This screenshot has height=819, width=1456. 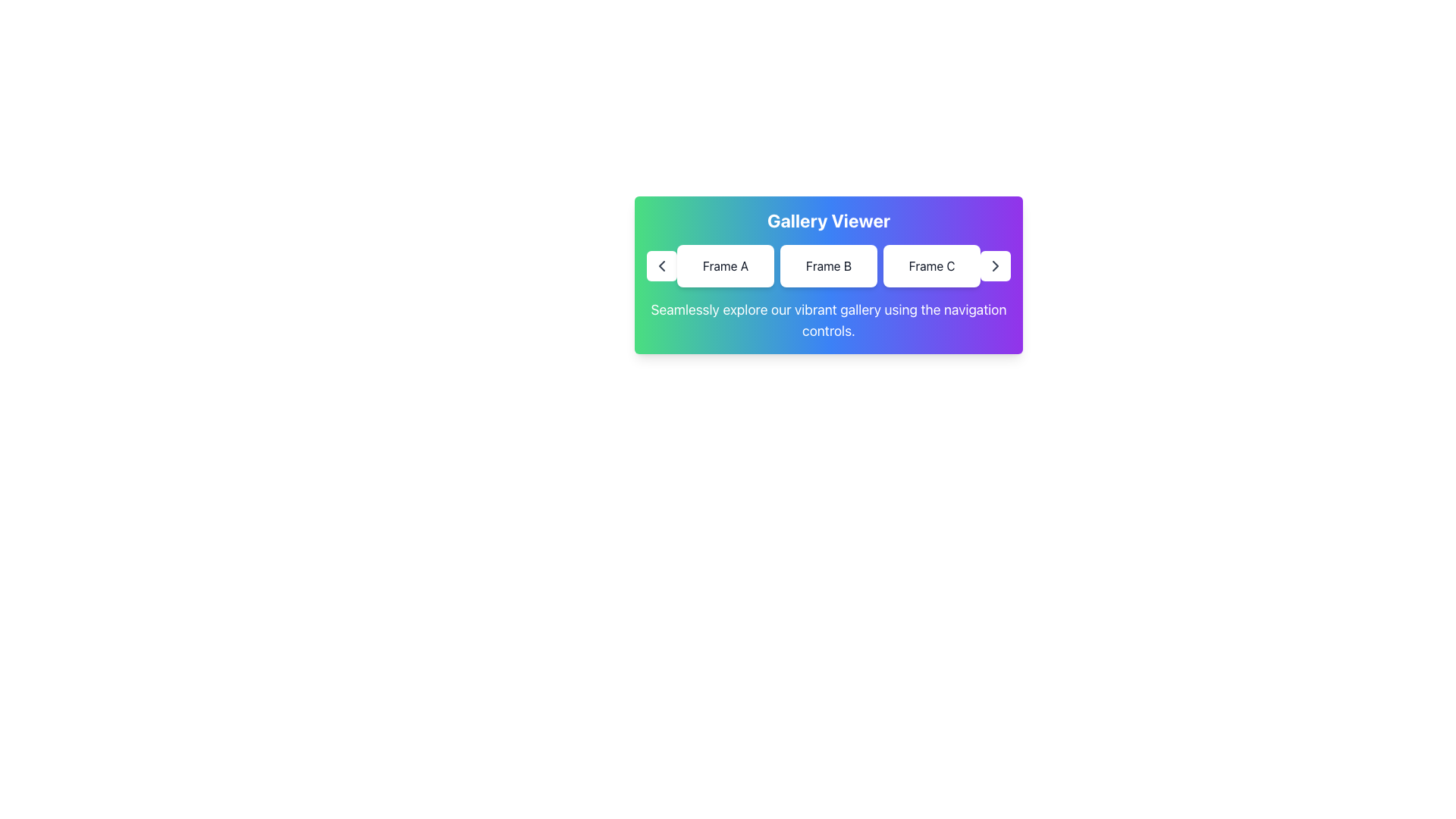 I want to click on the button labeled 'Frame B', which is a rectangular component with rounded corners, white background, and dark gray bold text, so click(x=828, y=265).